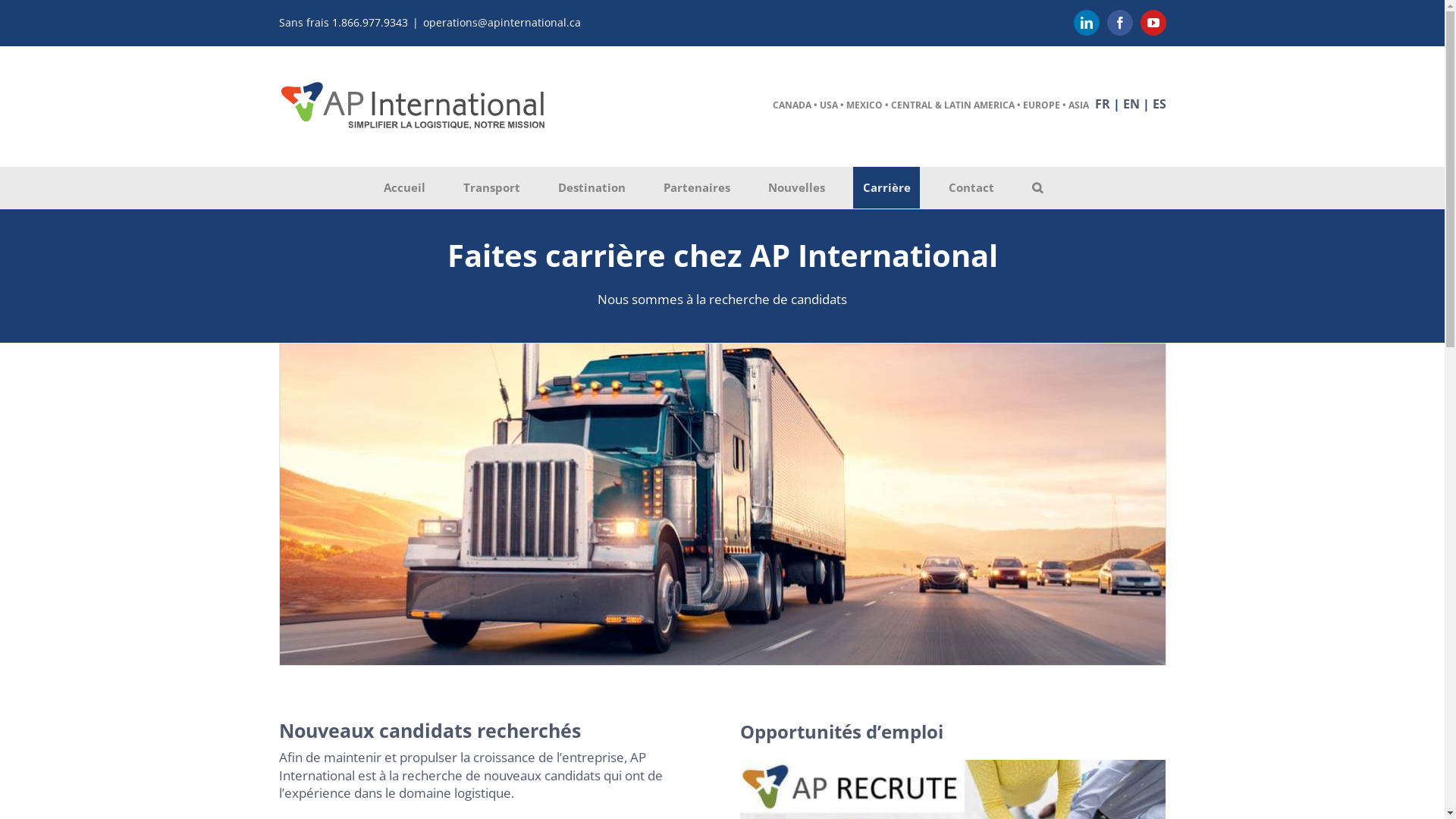 Image resolution: width=1456 pixels, height=819 pixels. I want to click on 'LinkedIn', so click(1086, 23).